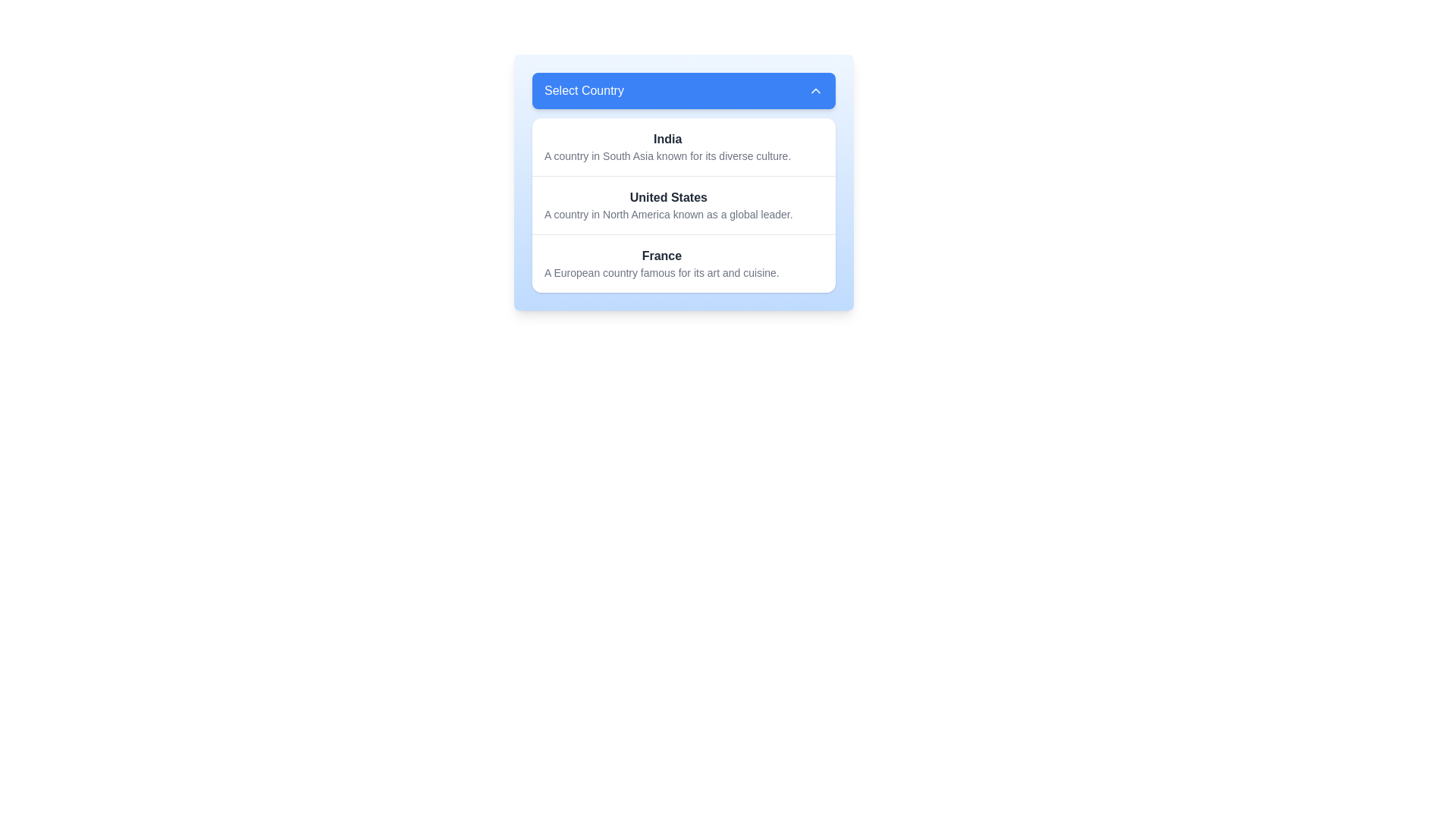  Describe the element at coordinates (667, 155) in the screenshot. I see `description text located in the dropdown menu under the heading 'India', which is the first item in the list after the heading` at that location.